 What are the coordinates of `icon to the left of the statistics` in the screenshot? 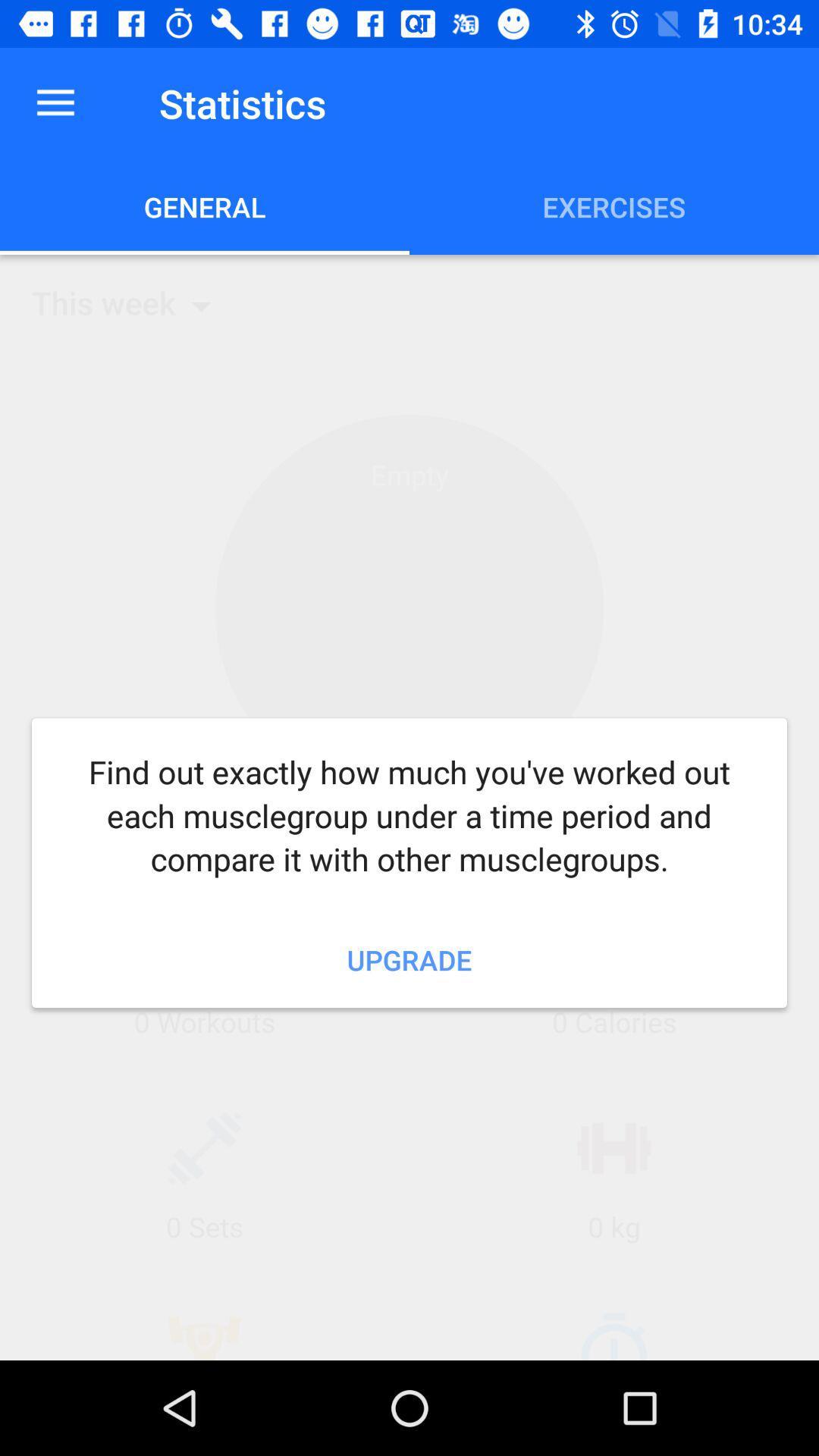 It's located at (55, 102).